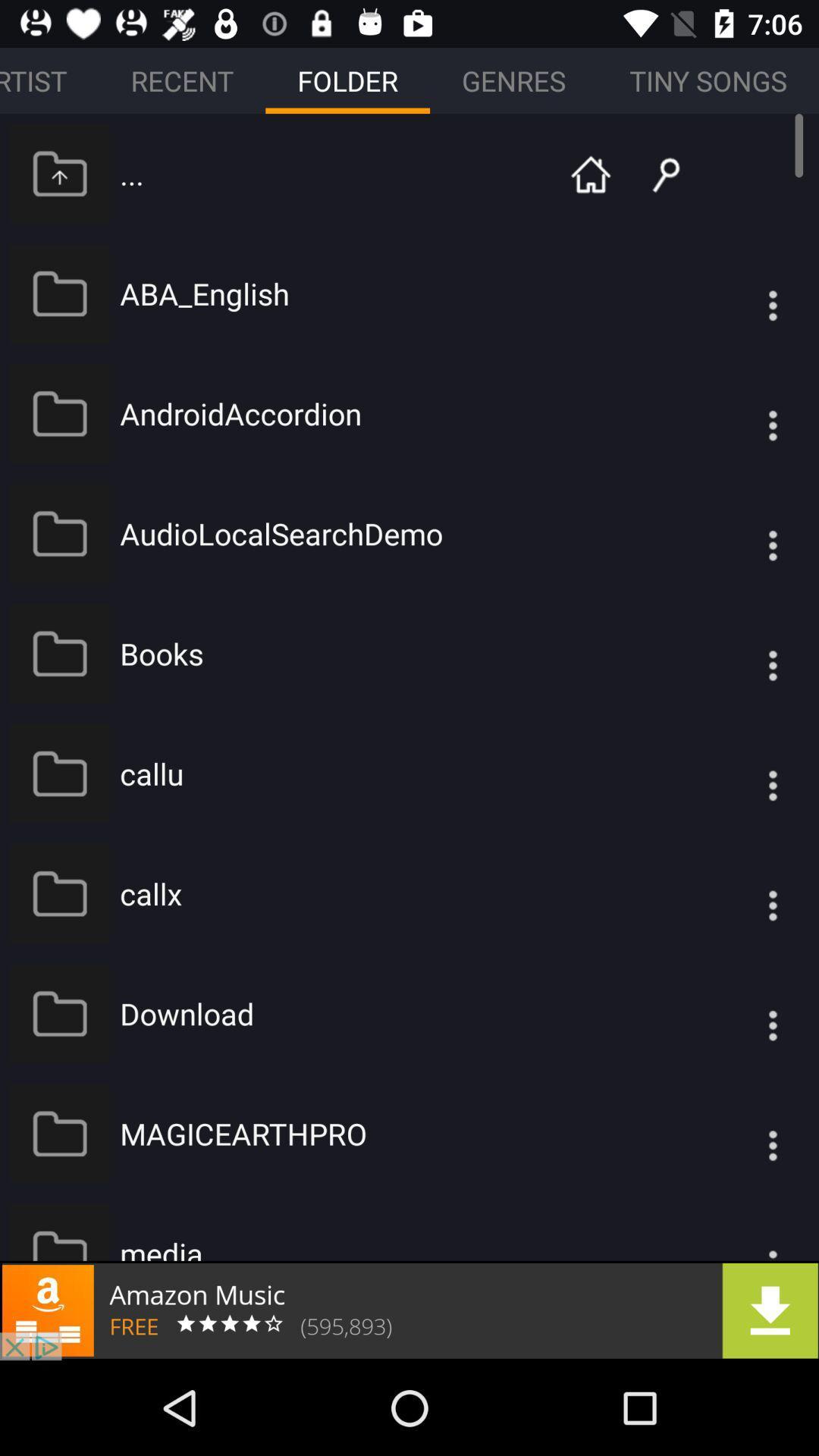 The width and height of the screenshot is (819, 1456). What do you see at coordinates (742, 654) in the screenshot?
I see `more choices` at bounding box center [742, 654].